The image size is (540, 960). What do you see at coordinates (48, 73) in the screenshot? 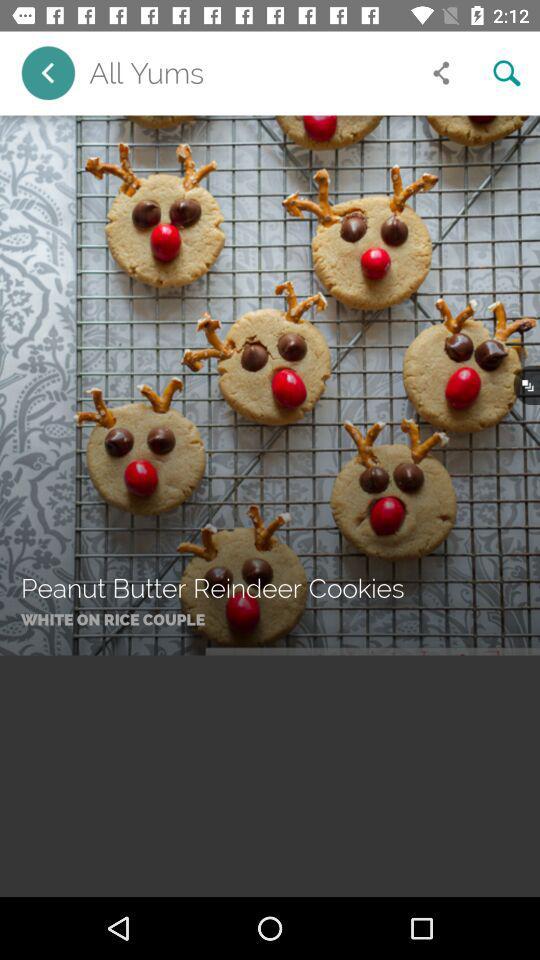
I see `the item at the top left corner` at bounding box center [48, 73].